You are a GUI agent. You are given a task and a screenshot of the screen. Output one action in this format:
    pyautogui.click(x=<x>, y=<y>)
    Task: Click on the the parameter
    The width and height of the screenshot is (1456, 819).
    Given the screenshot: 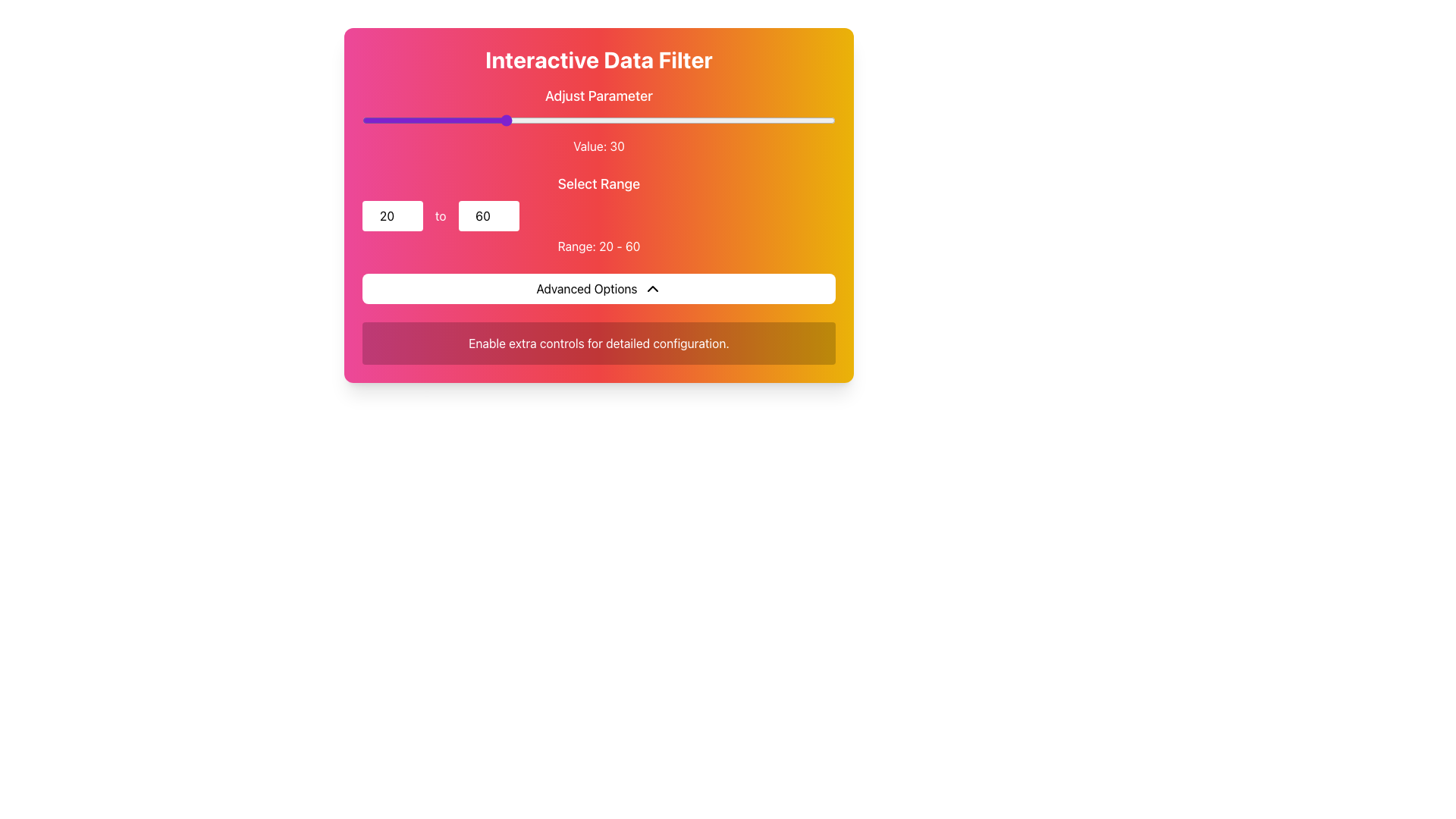 What is the action you would take?
    pyautogui.click(x=584, y=119)
    